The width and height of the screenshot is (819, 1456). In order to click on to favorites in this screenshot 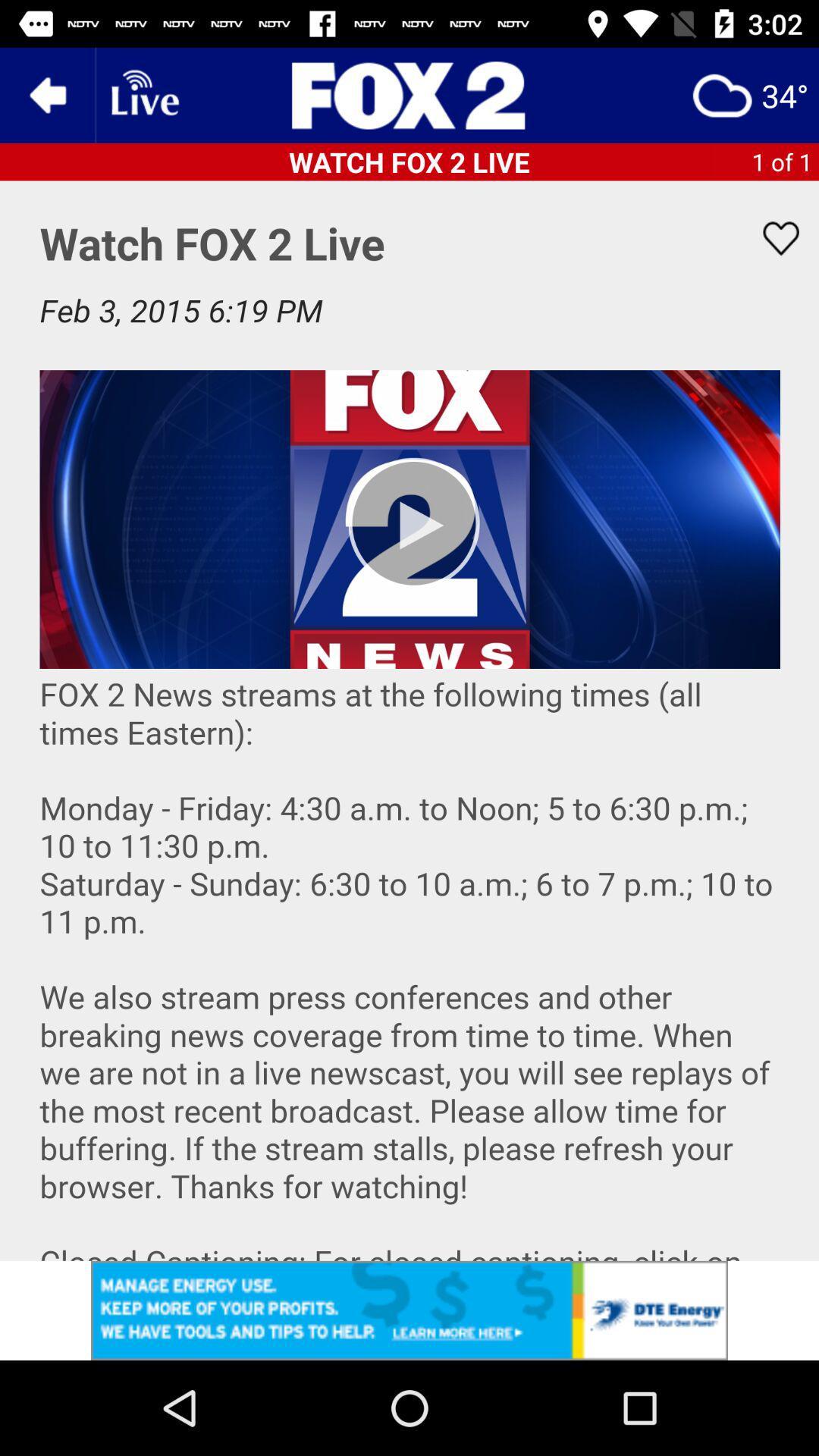, I will do `click(771, 237)`.